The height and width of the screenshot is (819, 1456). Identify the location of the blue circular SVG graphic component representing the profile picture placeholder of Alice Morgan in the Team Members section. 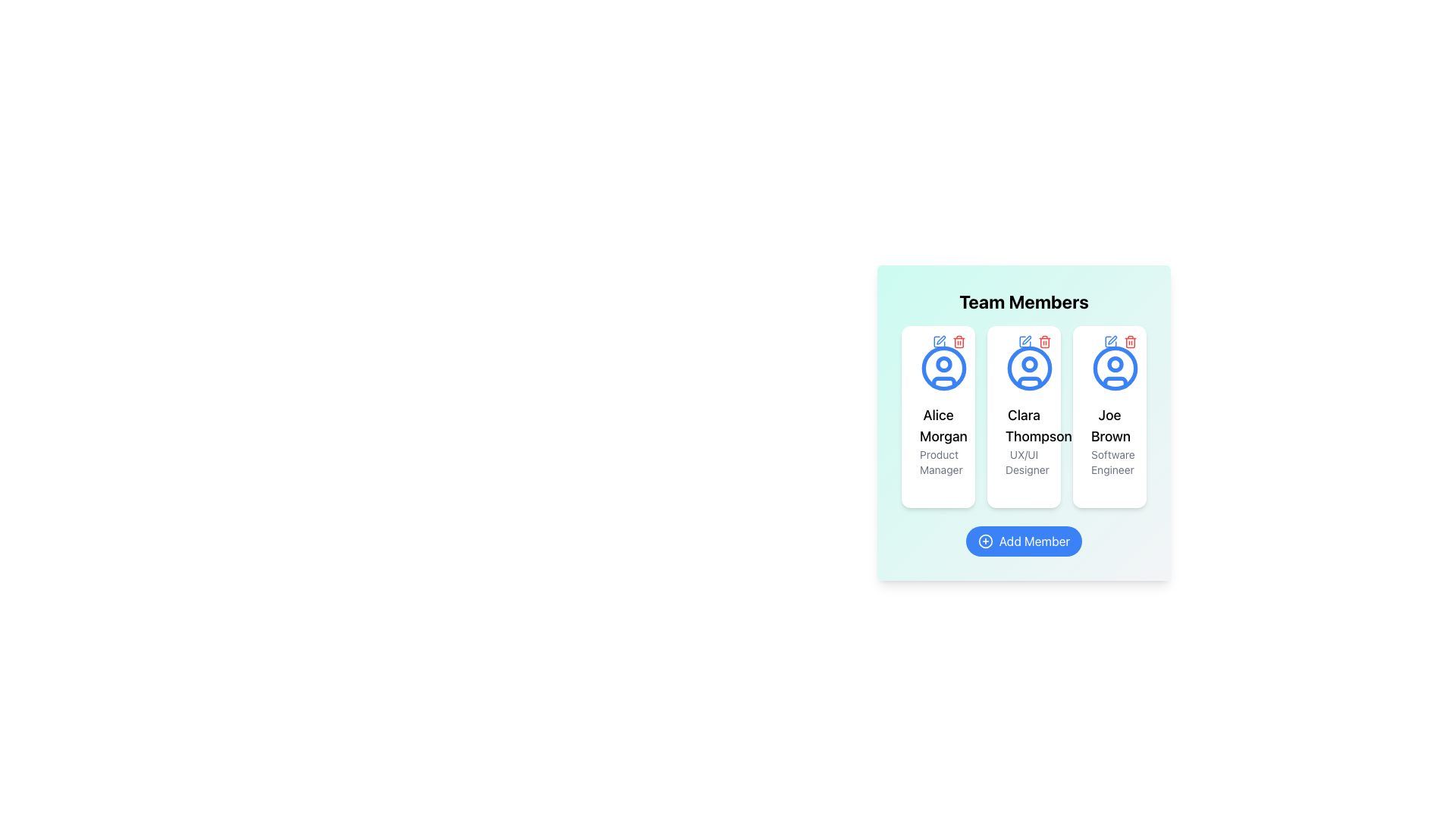
(943, 369).